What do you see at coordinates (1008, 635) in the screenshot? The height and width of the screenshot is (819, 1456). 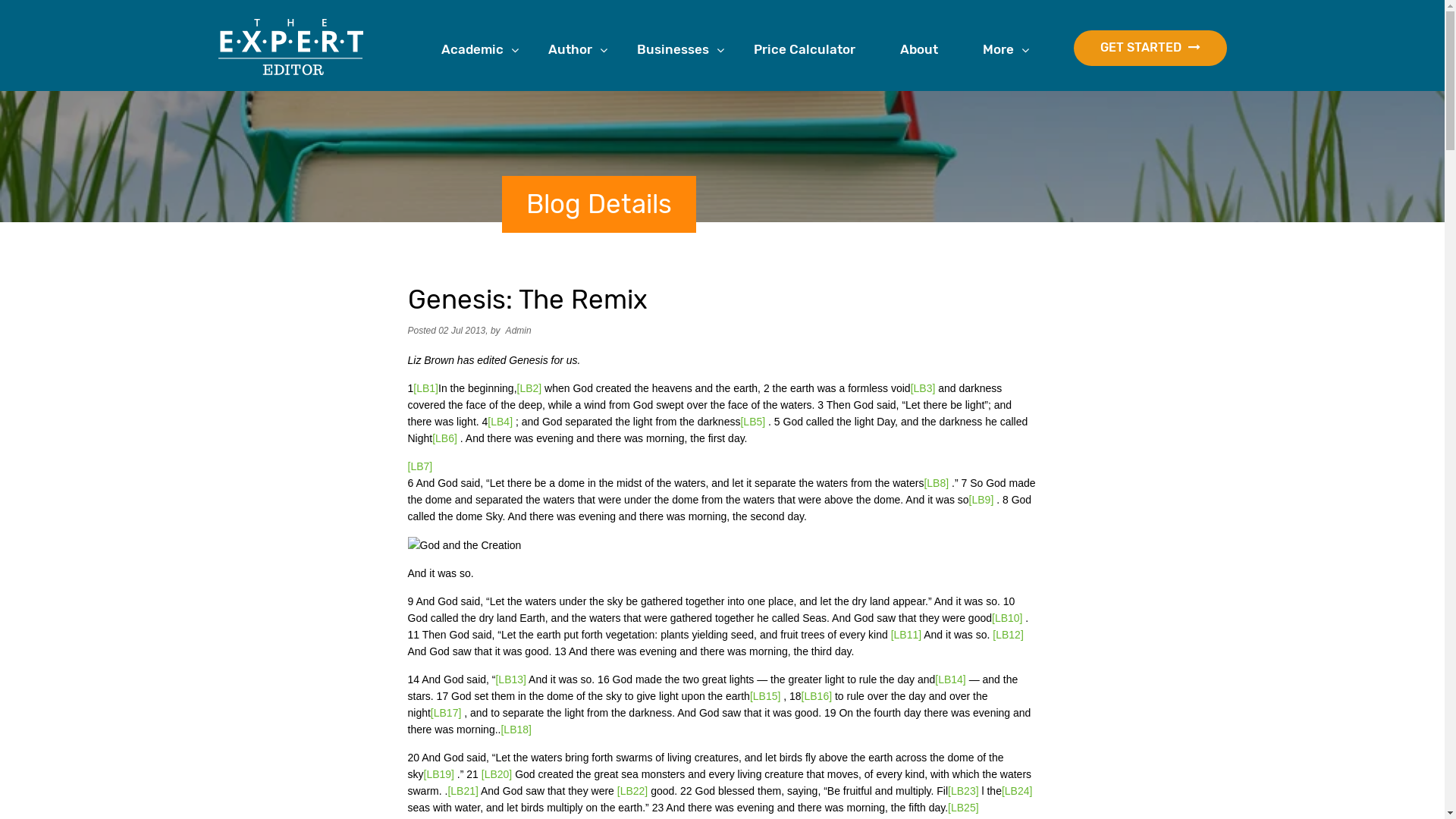 I see `'[LB12]'` at bounding box center [1008, 635].